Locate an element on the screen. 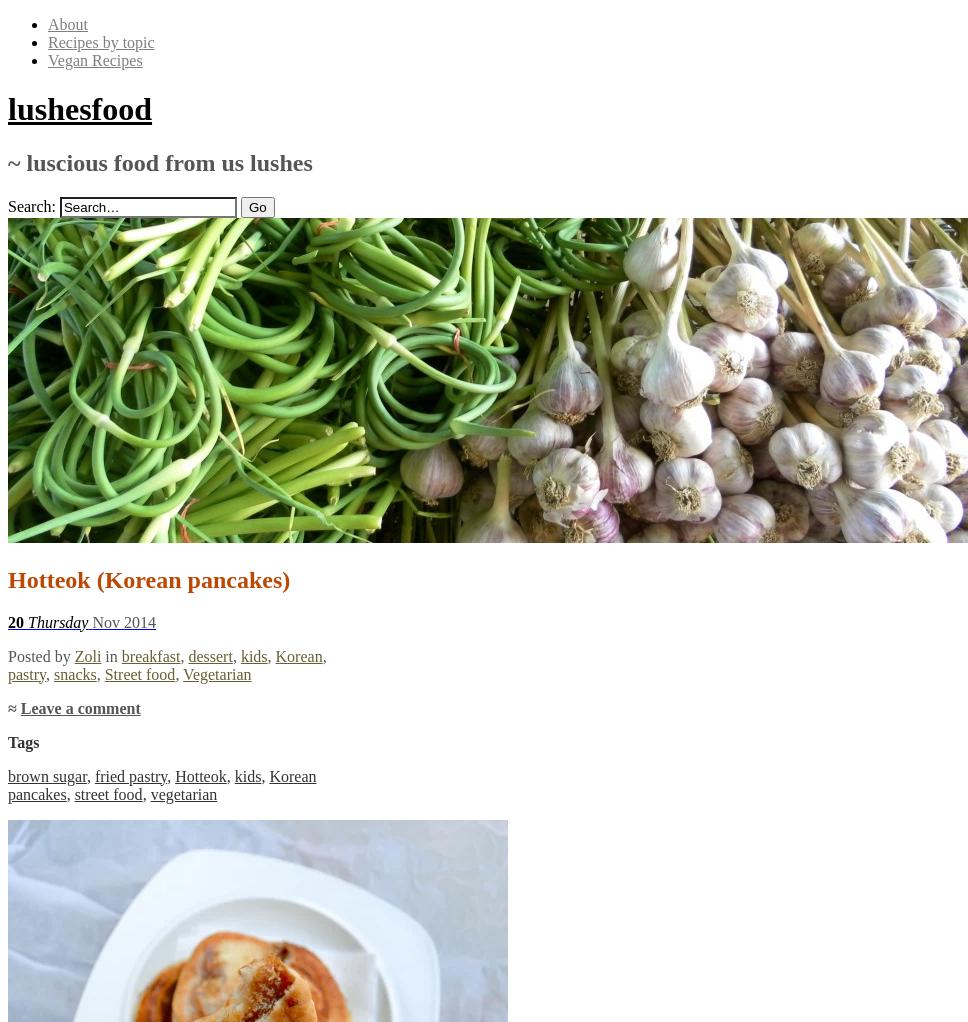 The height and width of the screenshot is (1022, 968). '20' is located at coordinates (8, 620).